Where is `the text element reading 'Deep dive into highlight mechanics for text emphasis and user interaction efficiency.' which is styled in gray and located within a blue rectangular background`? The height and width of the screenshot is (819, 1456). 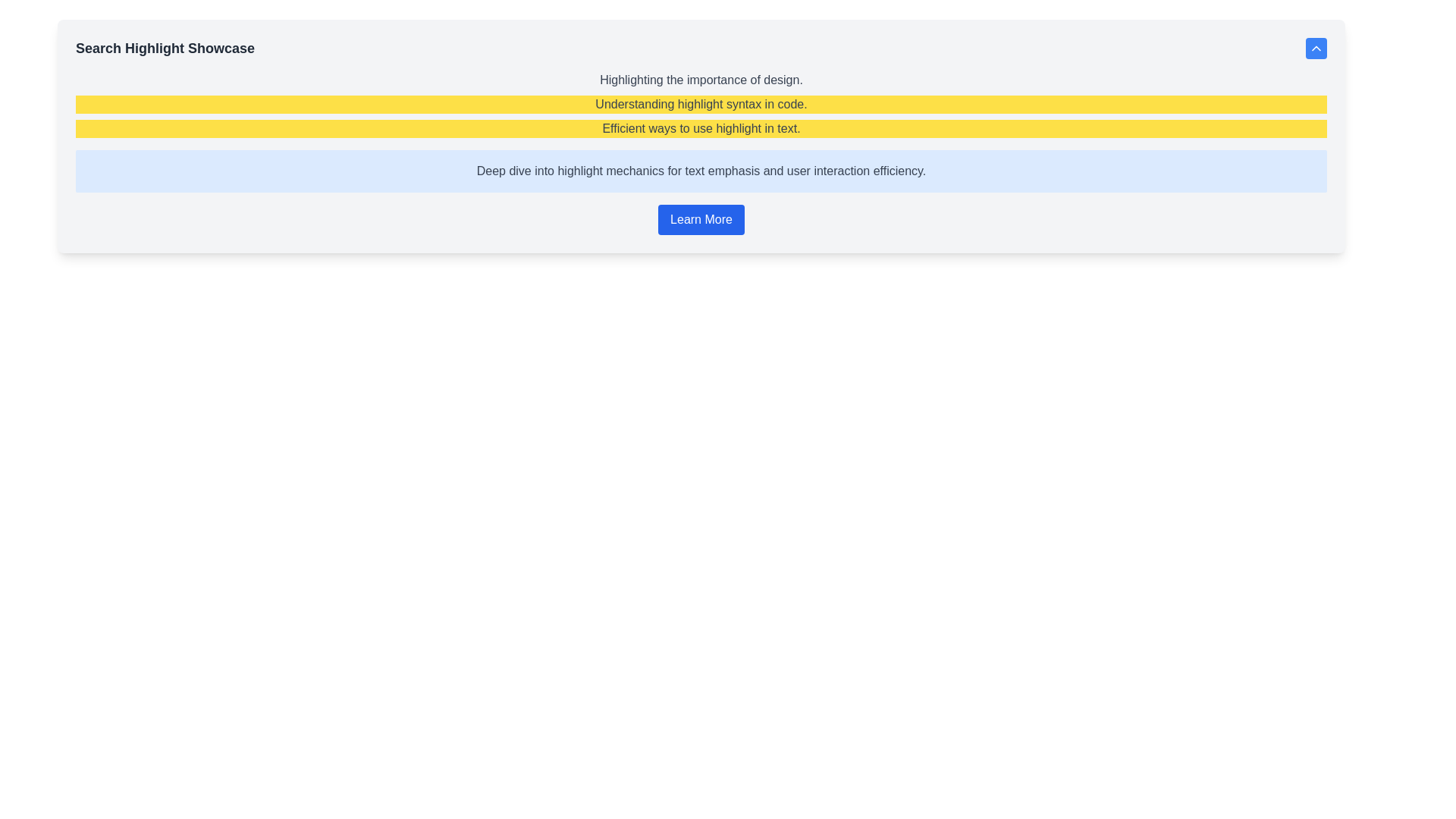
the text element reading 'Deep dive into highlight mechanics for text emphasis and user interaction efficiency.' which is styled in gray and located within a blue rectangular background is located at coordinates (701, 171).